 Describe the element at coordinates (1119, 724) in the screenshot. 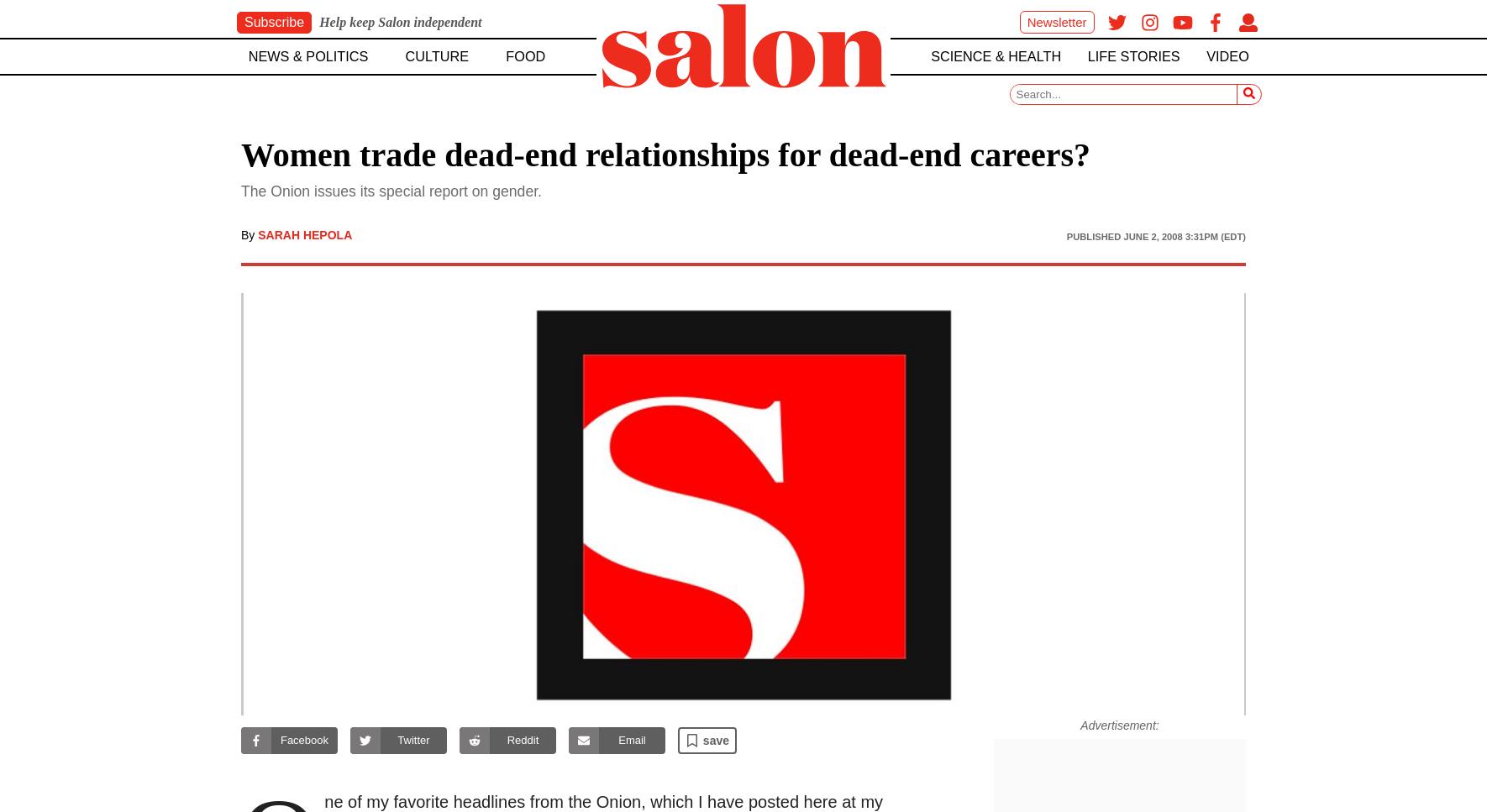

I see `'Advertisement:'` at that location.